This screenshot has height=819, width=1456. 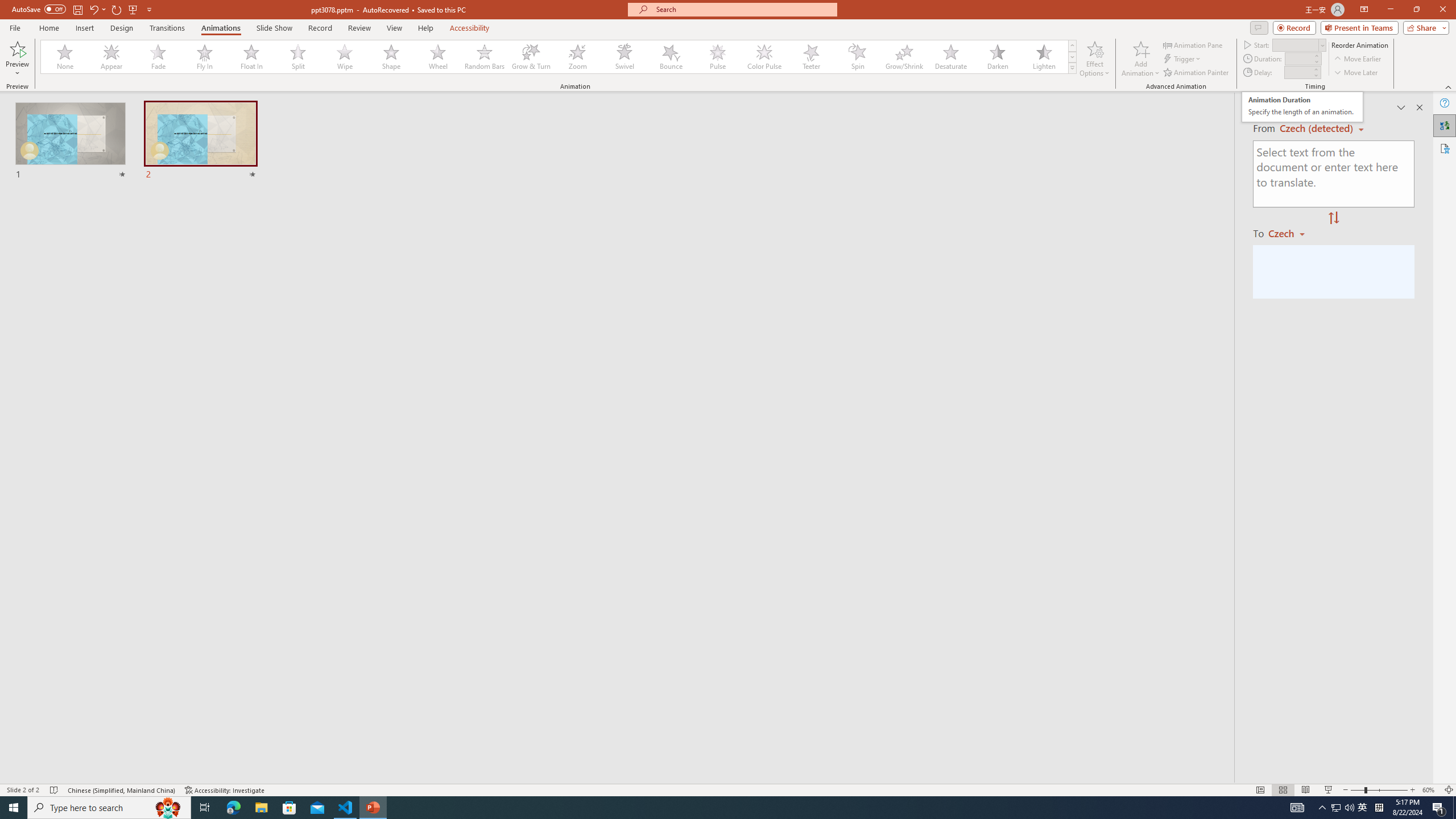 What do you see at coordinates (1182, 59) in the screenshot?
I see `'Trigger'` at bounding box center [1182, 59].